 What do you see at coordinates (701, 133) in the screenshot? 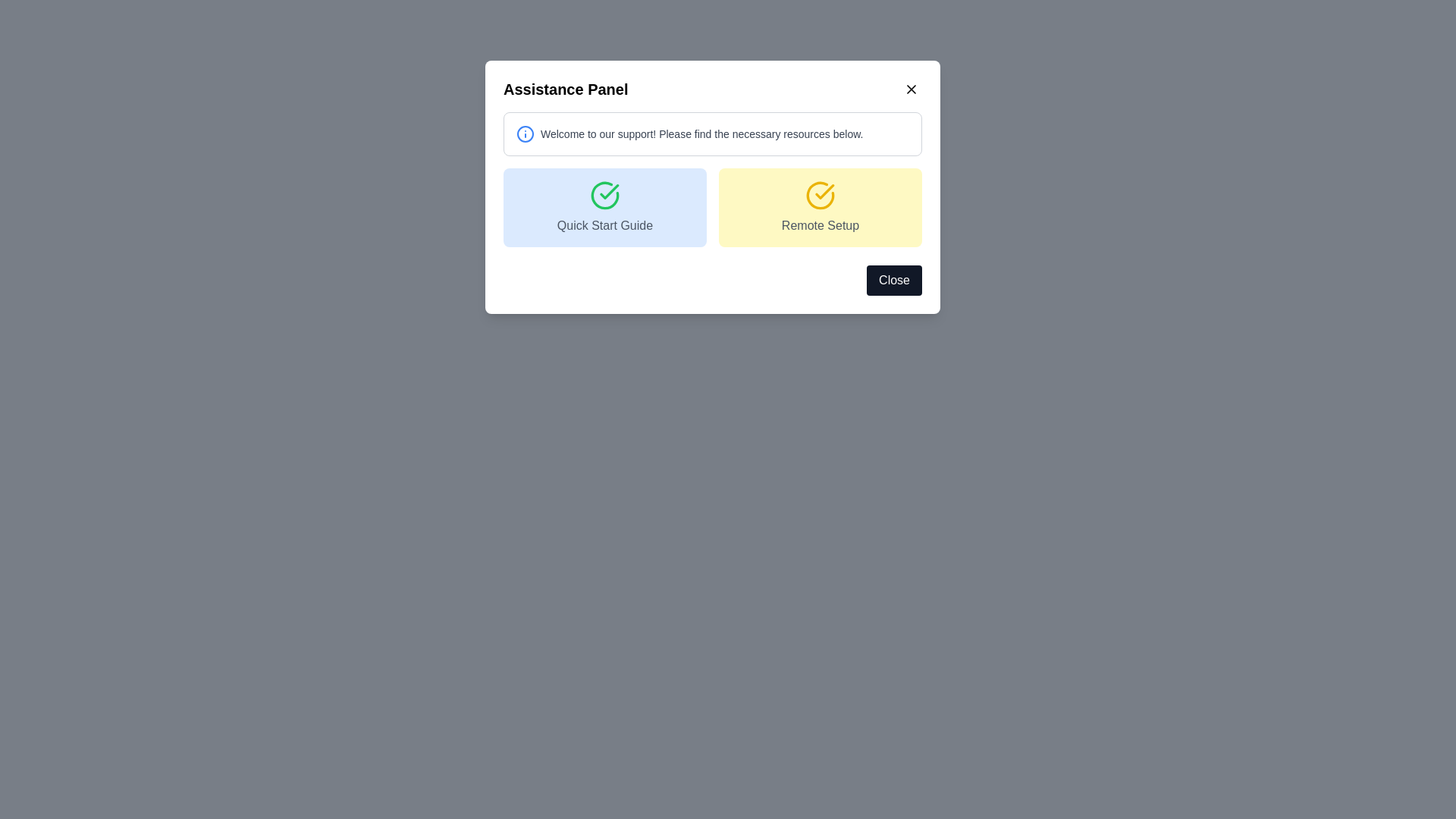
I see `the welcome message static text element that provides guidance for users, which is positioned near the top of a pop-up window to the right of an informational icon` at bounding box center [701, 133].